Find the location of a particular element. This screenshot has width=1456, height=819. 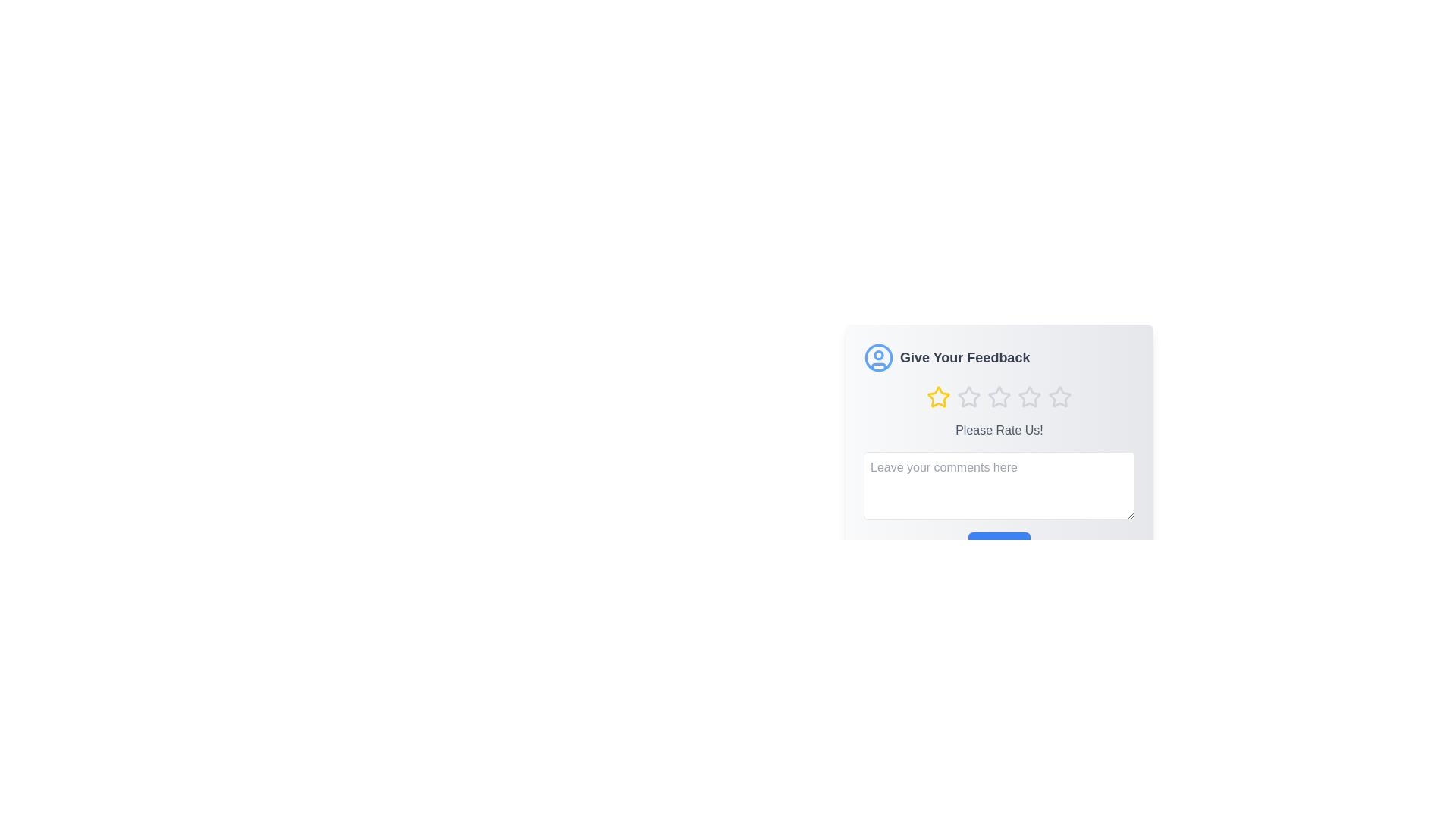

the third star in the rating set below the 'Give Your Feedback' header is located at coordinates (999, 397).